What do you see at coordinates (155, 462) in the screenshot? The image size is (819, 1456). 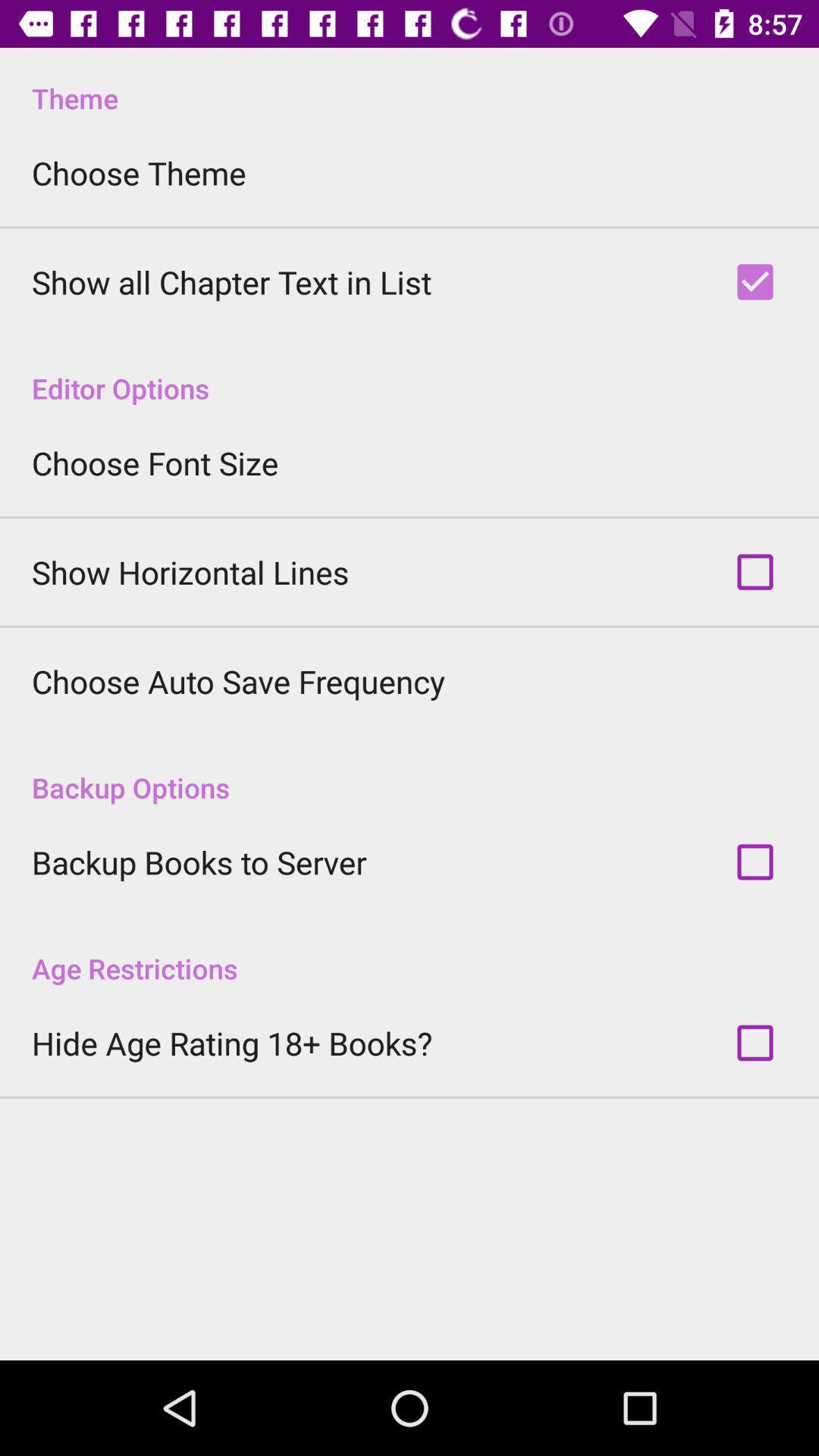 I see `the choose font size` at bounding box center [155, 462].